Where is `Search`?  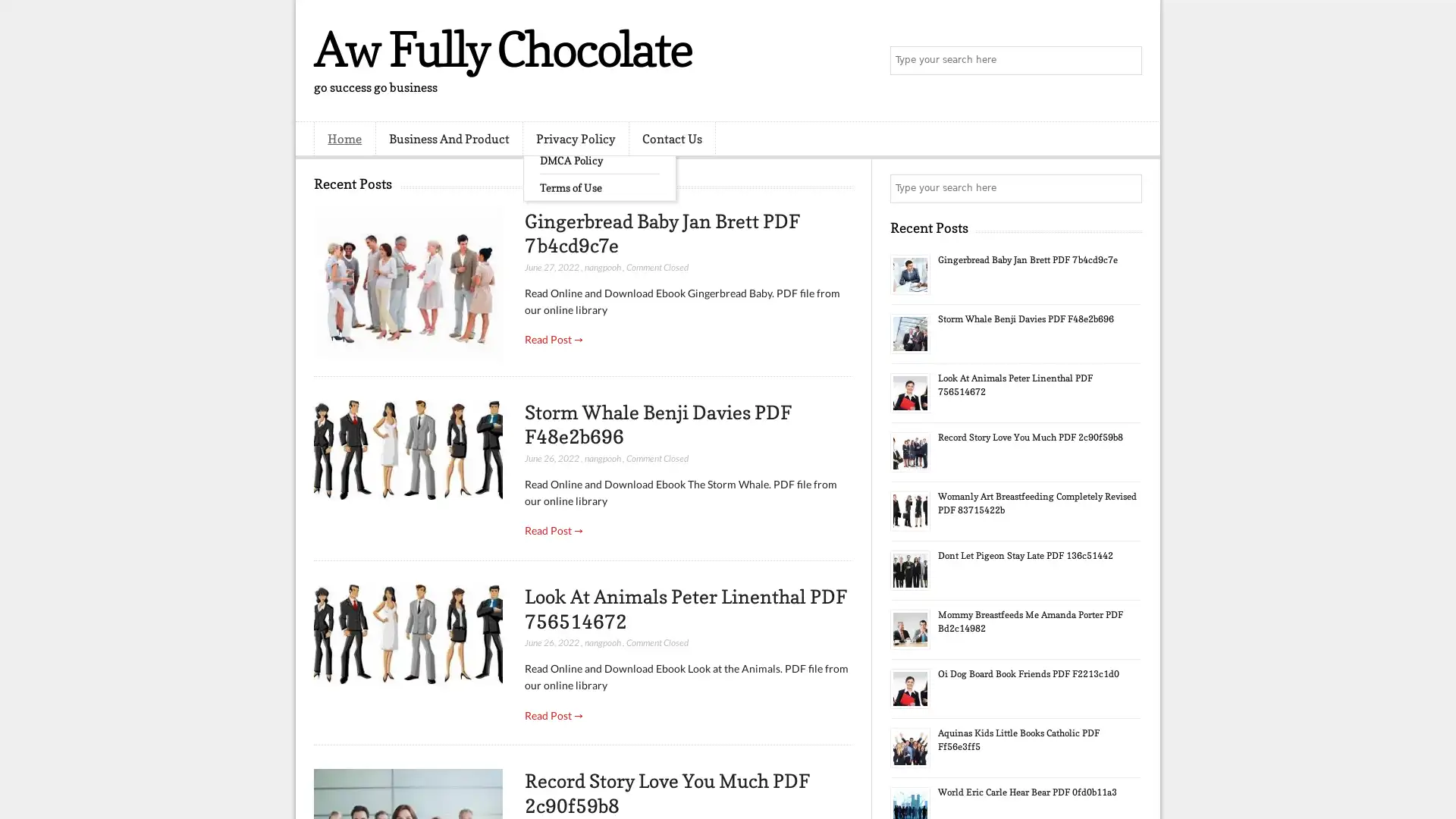 Search is located at coordinates (1126, 61).